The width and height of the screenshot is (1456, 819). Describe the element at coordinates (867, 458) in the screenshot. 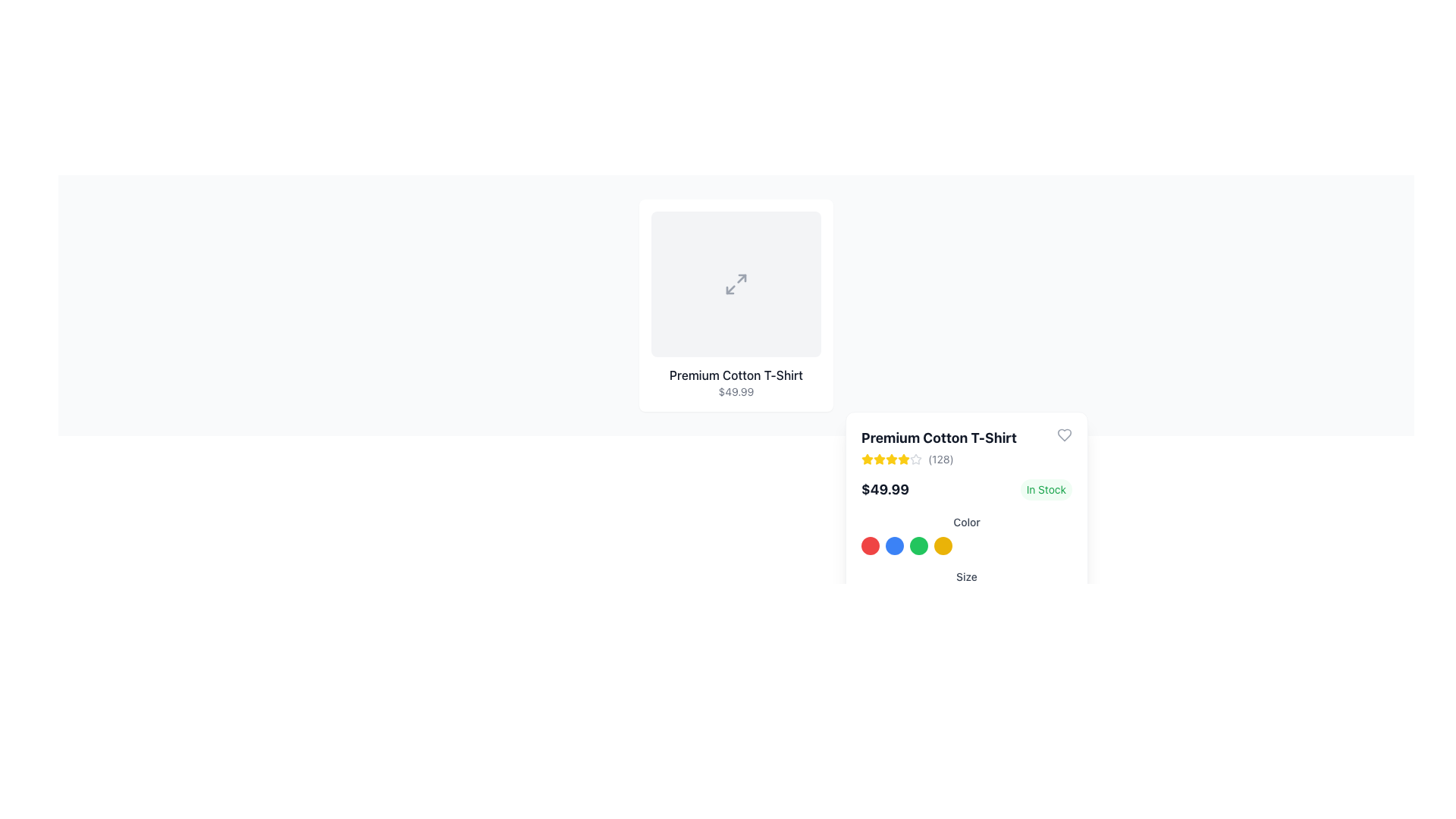

I see `the yellow star icon representing user ratings located in the top-right corner of the product details section` at that location.